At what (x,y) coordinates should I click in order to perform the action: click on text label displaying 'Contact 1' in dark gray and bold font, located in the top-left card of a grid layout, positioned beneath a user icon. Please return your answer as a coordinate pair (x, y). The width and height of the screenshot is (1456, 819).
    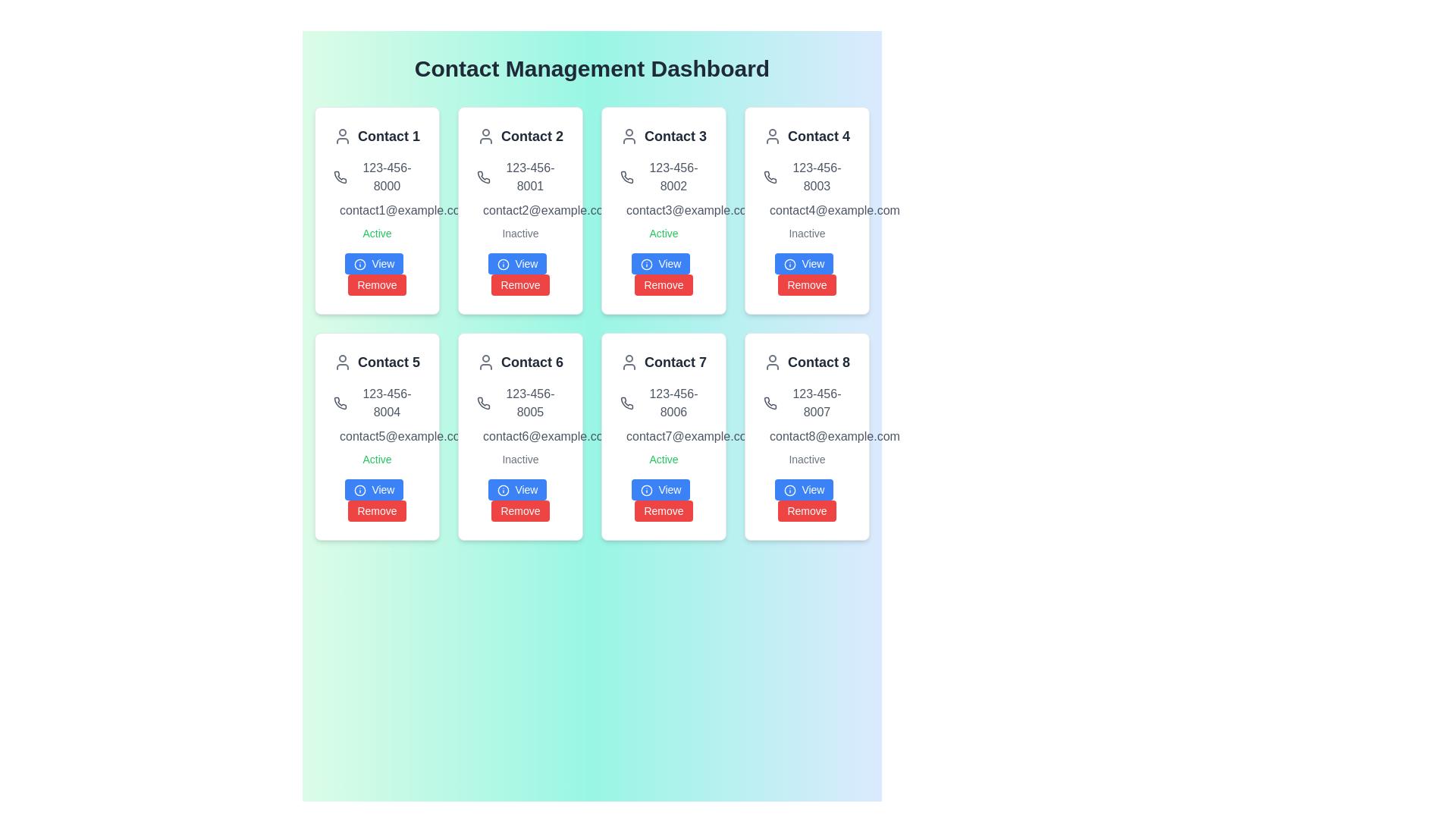
    Looking at the image, I should click on (389, 136).